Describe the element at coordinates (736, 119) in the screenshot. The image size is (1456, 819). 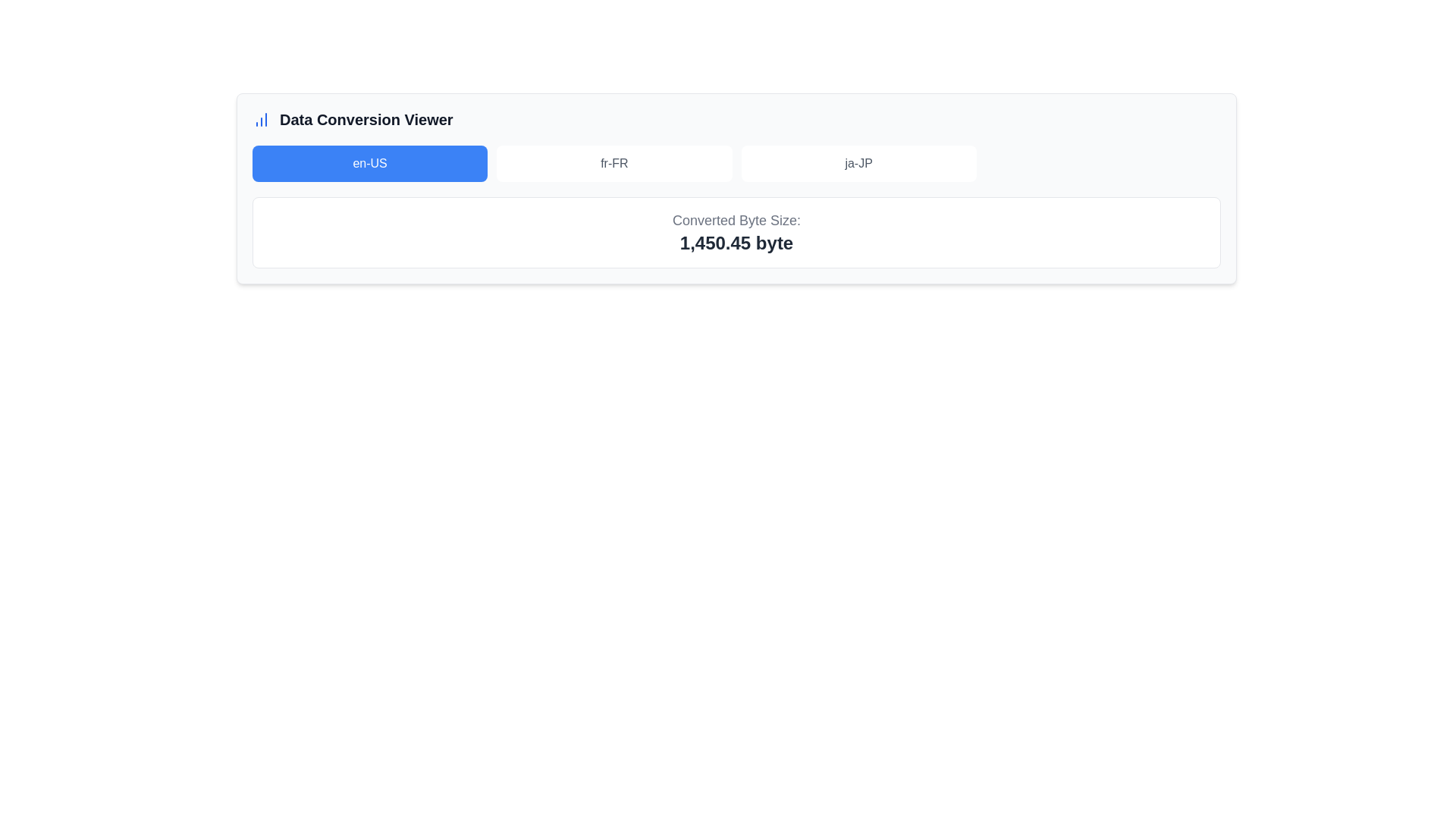
I see `text of the Text Header with Icon, which serves as a title for the data conversion UI panel, located at the top of the panel` at that location.